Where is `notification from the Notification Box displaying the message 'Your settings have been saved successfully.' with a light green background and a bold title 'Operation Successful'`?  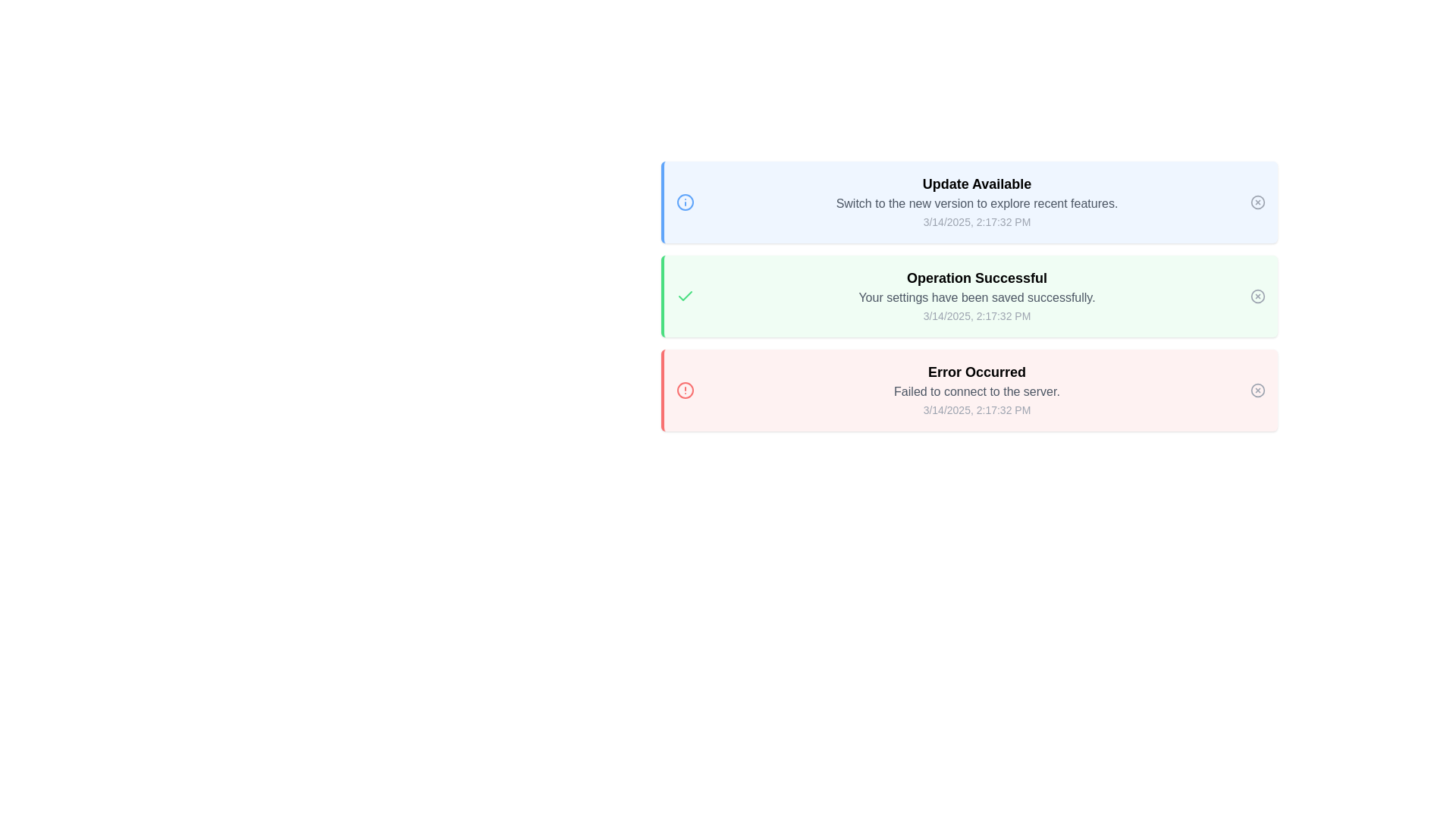 notification from the Notification Box displaying the message 'Your settings have been saved successfully.' with a light green background and a bold title 'Operation Successful' is located at coordinates (968, 296).